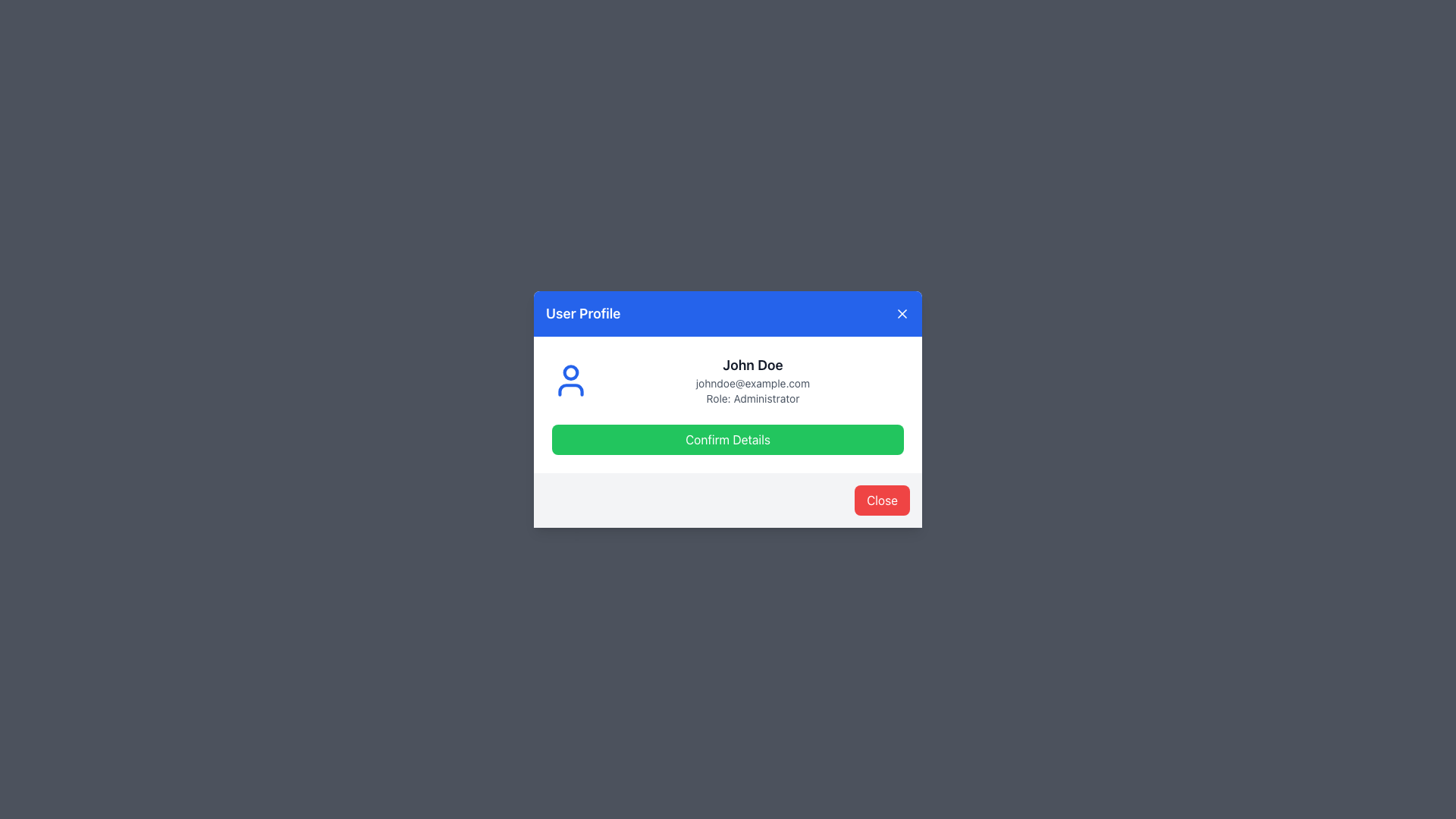 The image size is (1456, 819). I want to click on the user profile icon located to the left of the textual information for 'John Doe', 'johndoe@example.com', and 'Administrator' in the user profile modal window, so click(570, 379).